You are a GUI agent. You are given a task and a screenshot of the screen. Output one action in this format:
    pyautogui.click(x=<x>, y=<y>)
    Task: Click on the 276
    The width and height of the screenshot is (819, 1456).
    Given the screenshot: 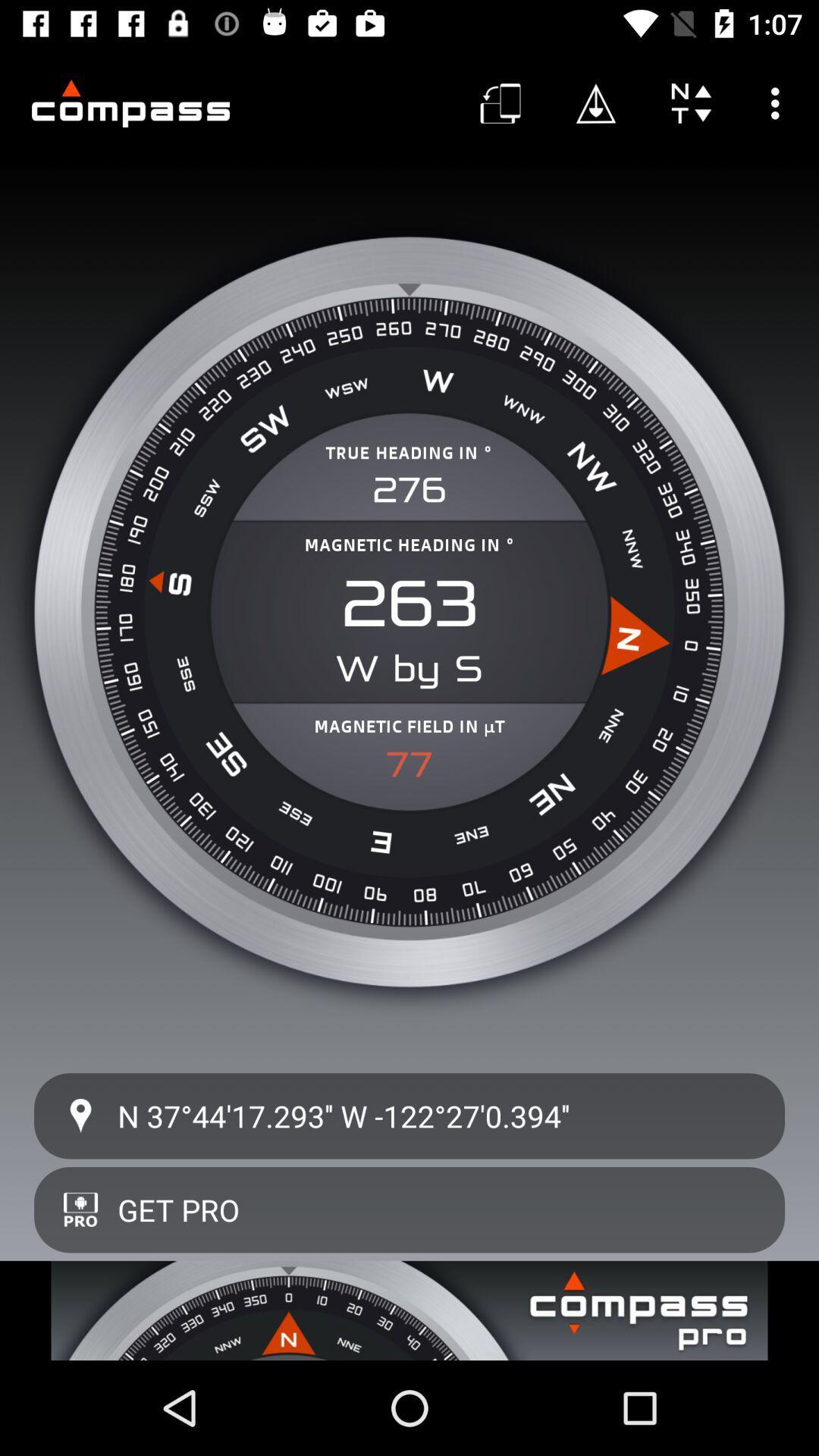 What is the action you would take?
    pyautogui.click(x=409, y=490)
    